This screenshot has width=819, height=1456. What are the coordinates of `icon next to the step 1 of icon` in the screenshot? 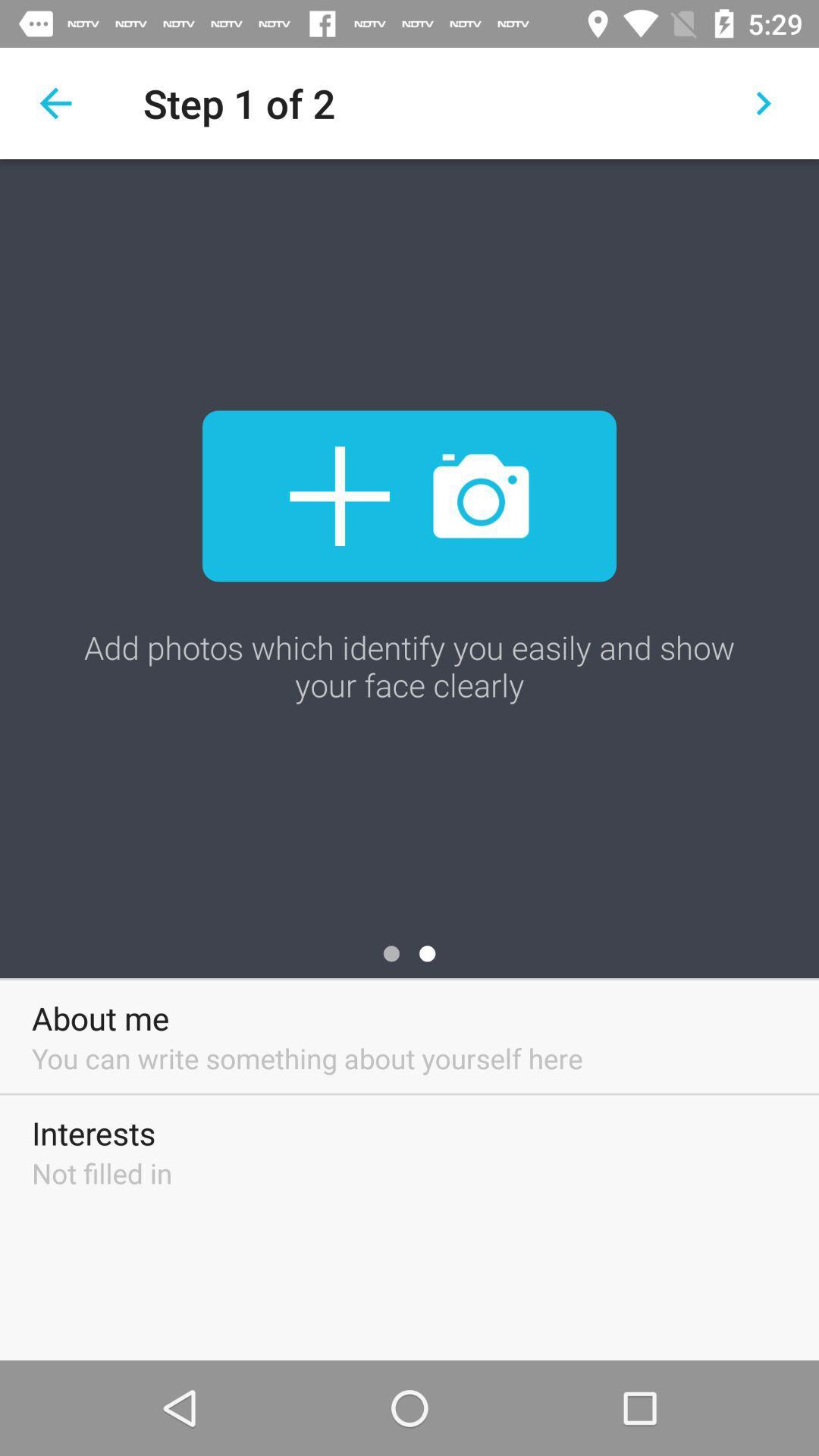 It's located at (763, 102).